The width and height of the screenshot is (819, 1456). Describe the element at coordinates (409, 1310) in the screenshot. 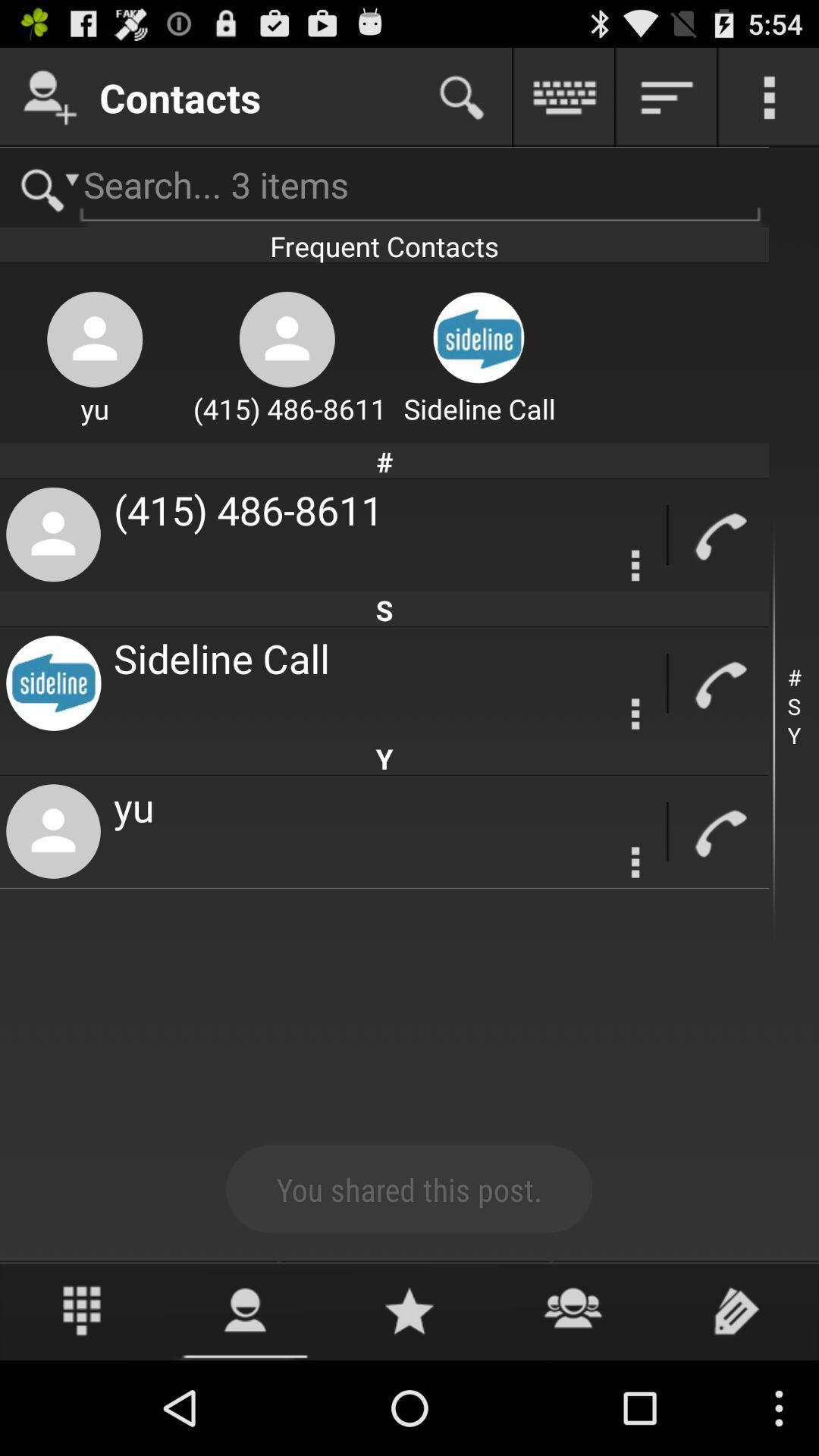

I see `rate the app` at that location.